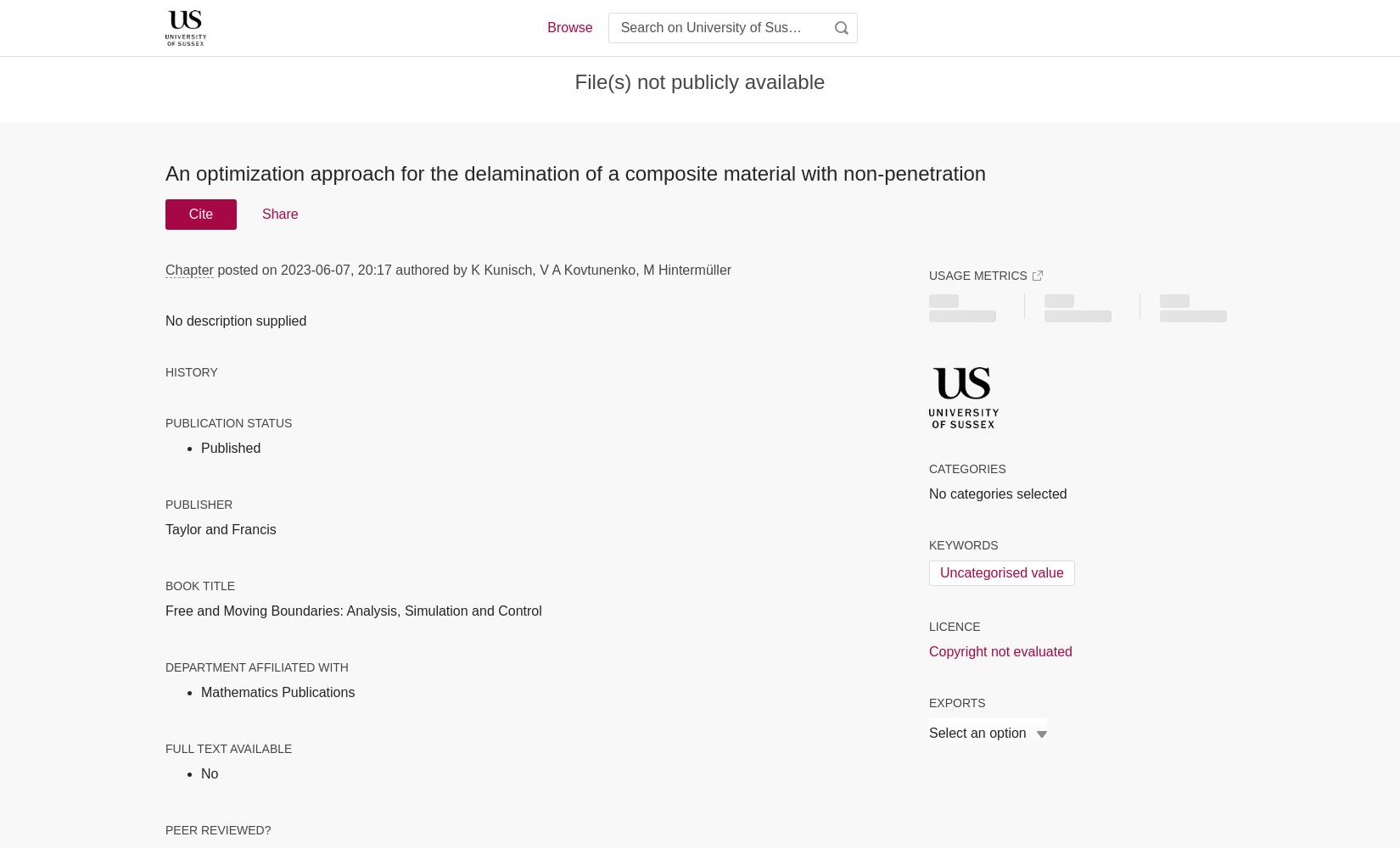 This screenshot has height=848, width=1400. I want to click on 'File(s) not publicly available', so click(698, 80).